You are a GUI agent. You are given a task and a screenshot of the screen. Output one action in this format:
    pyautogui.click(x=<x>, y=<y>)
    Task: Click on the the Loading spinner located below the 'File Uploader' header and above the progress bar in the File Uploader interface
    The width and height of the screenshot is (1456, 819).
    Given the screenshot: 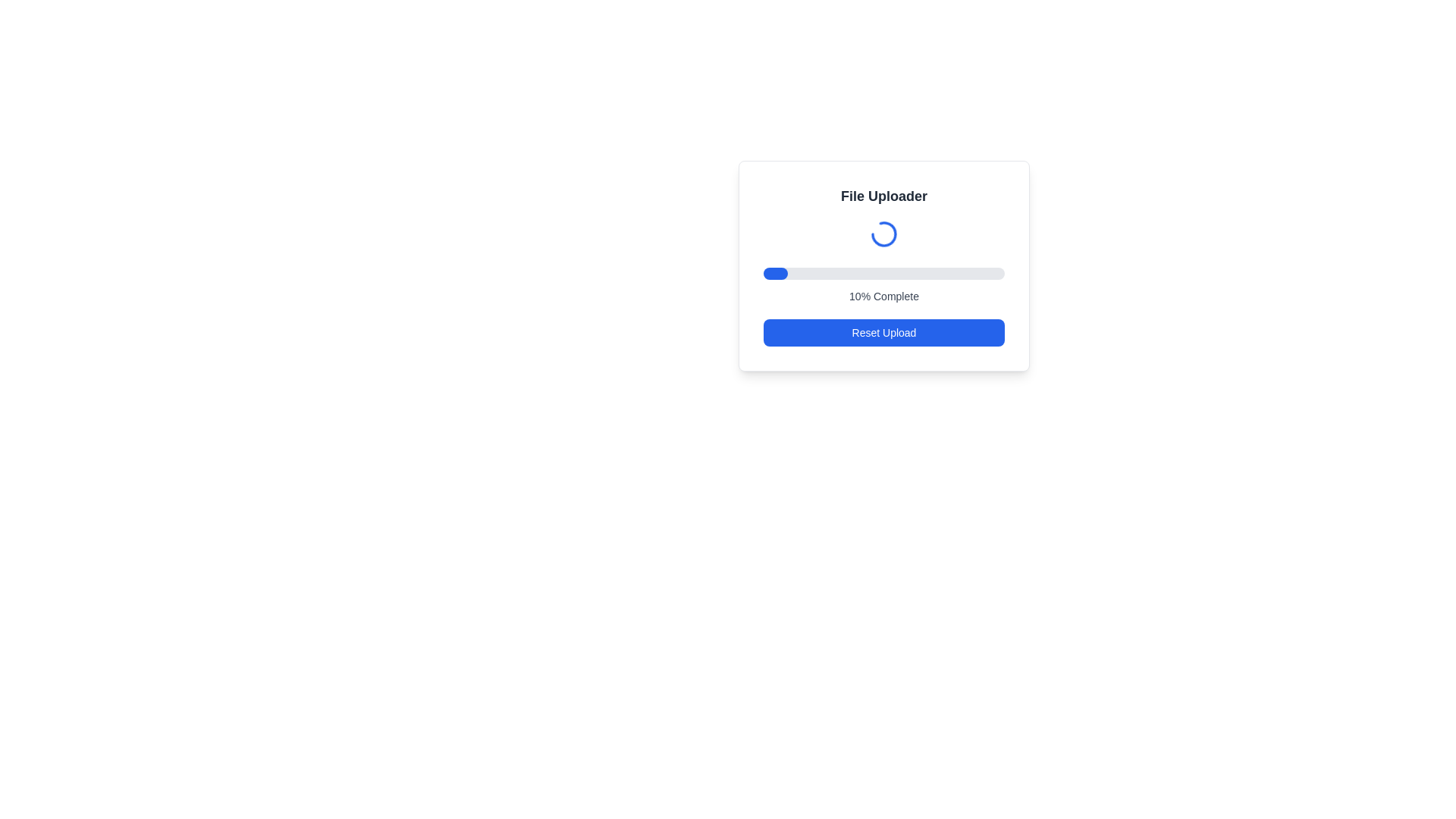 What is the action you would take?
    pyautogui.click(x=884, y=234)
    